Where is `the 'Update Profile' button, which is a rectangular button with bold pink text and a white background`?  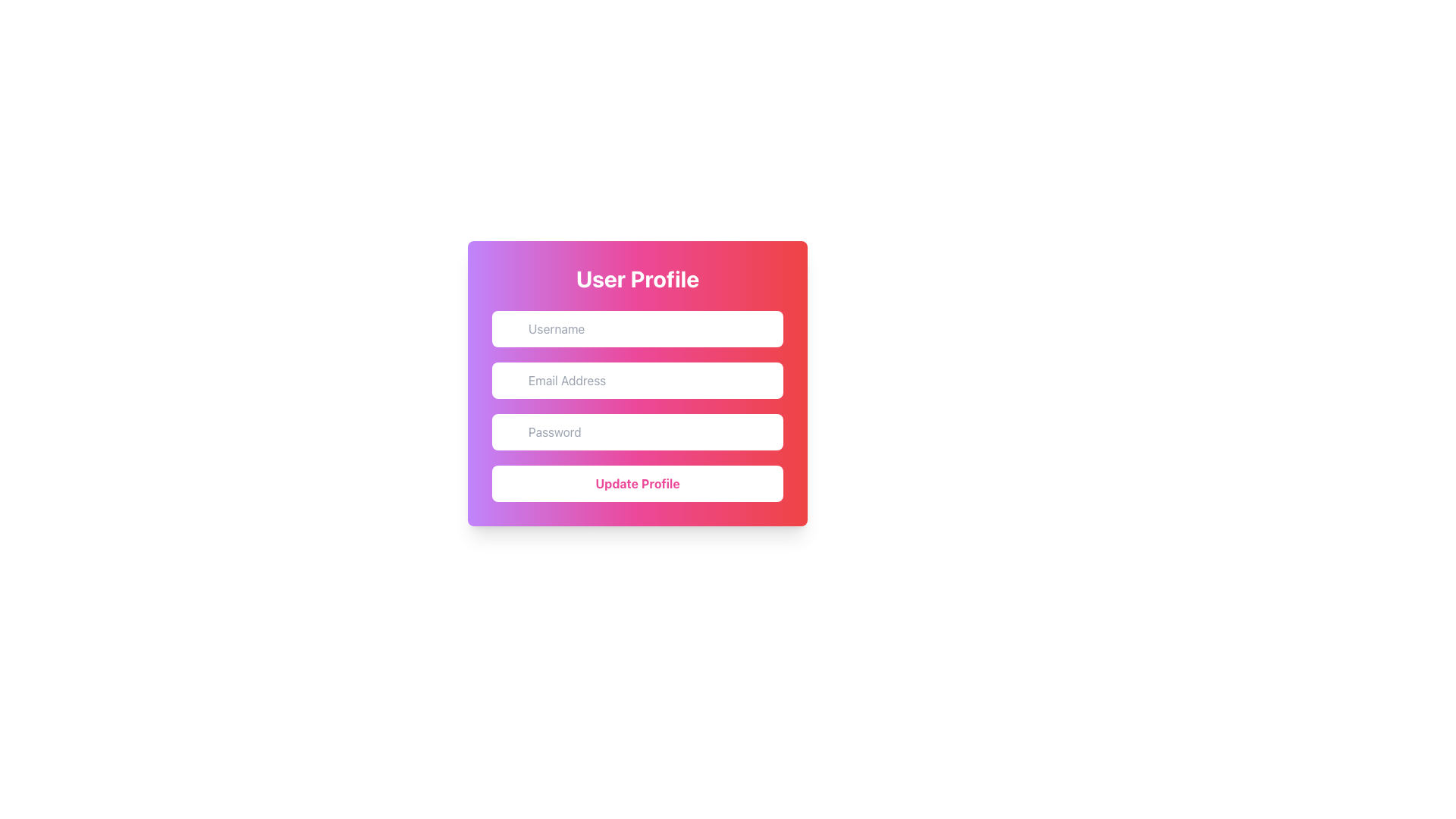
the 'Update Profile' button, which is a rectangular button with bold pink text and a white background is located at coordinates (637, 483).